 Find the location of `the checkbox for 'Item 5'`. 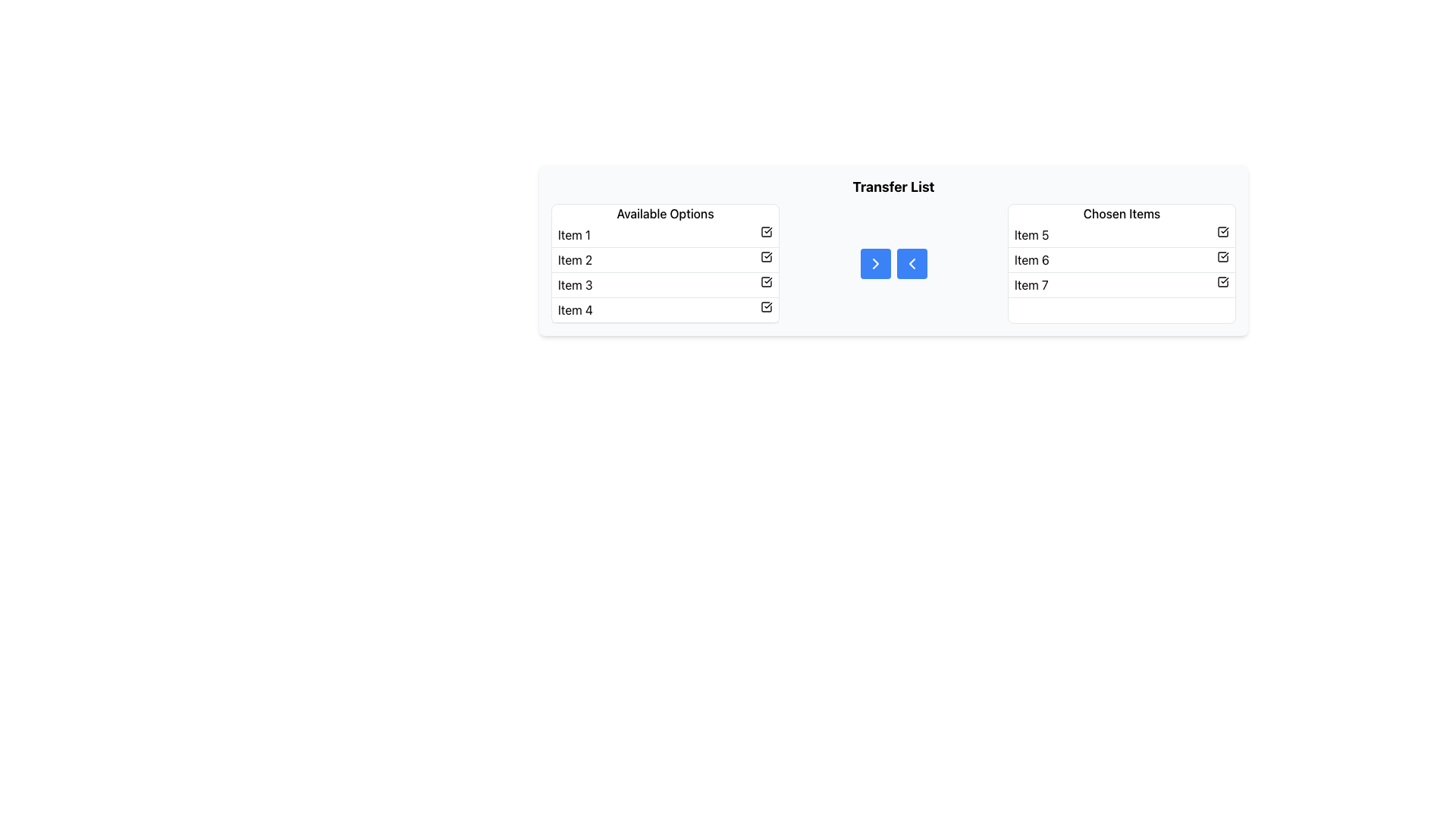

the checkbox for 'Item 5' is located at coordinates (1222, 231).